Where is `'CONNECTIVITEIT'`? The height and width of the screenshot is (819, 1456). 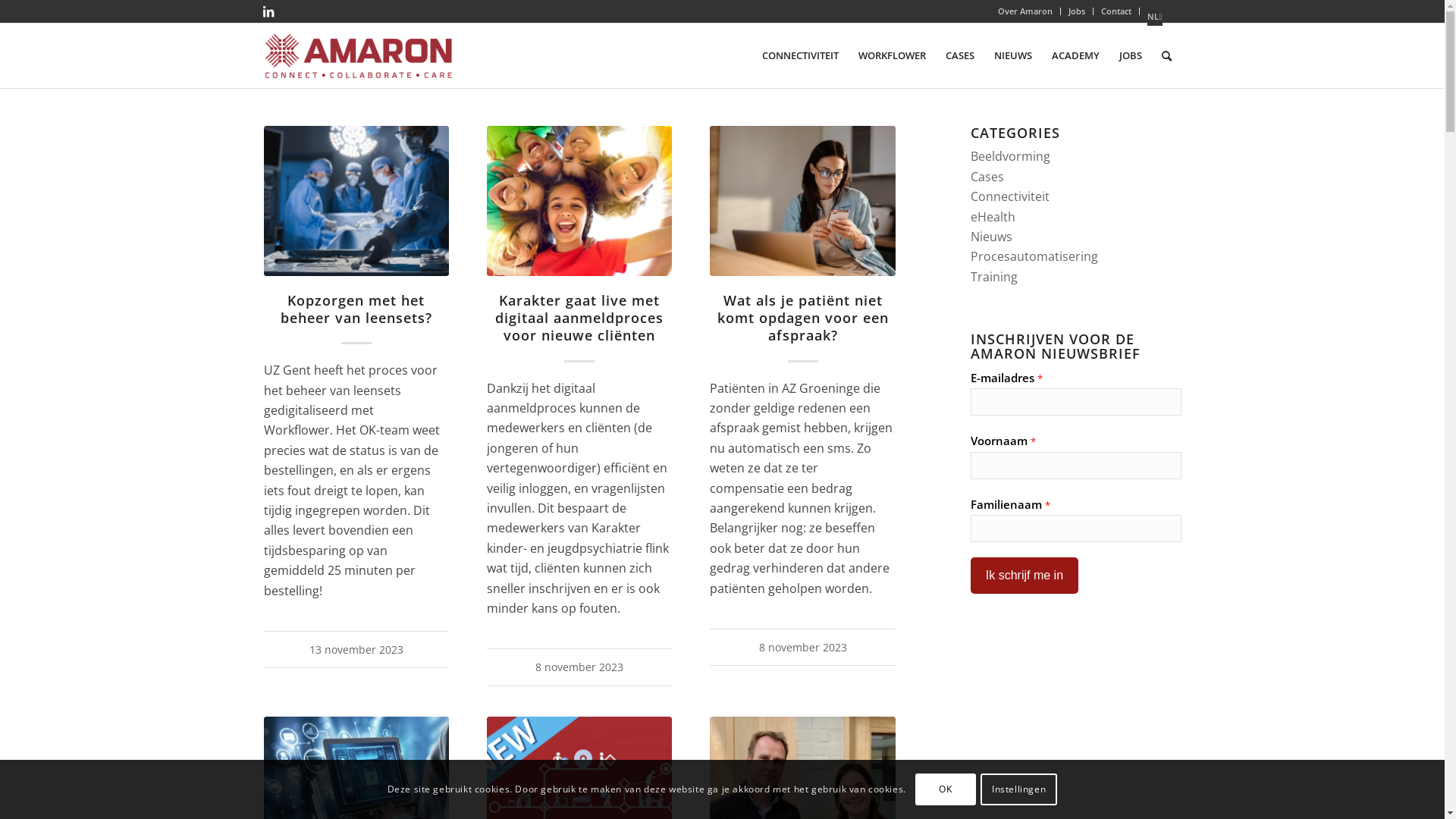 'CONNECTIVITEIT' is located at coordinates (799, 55).